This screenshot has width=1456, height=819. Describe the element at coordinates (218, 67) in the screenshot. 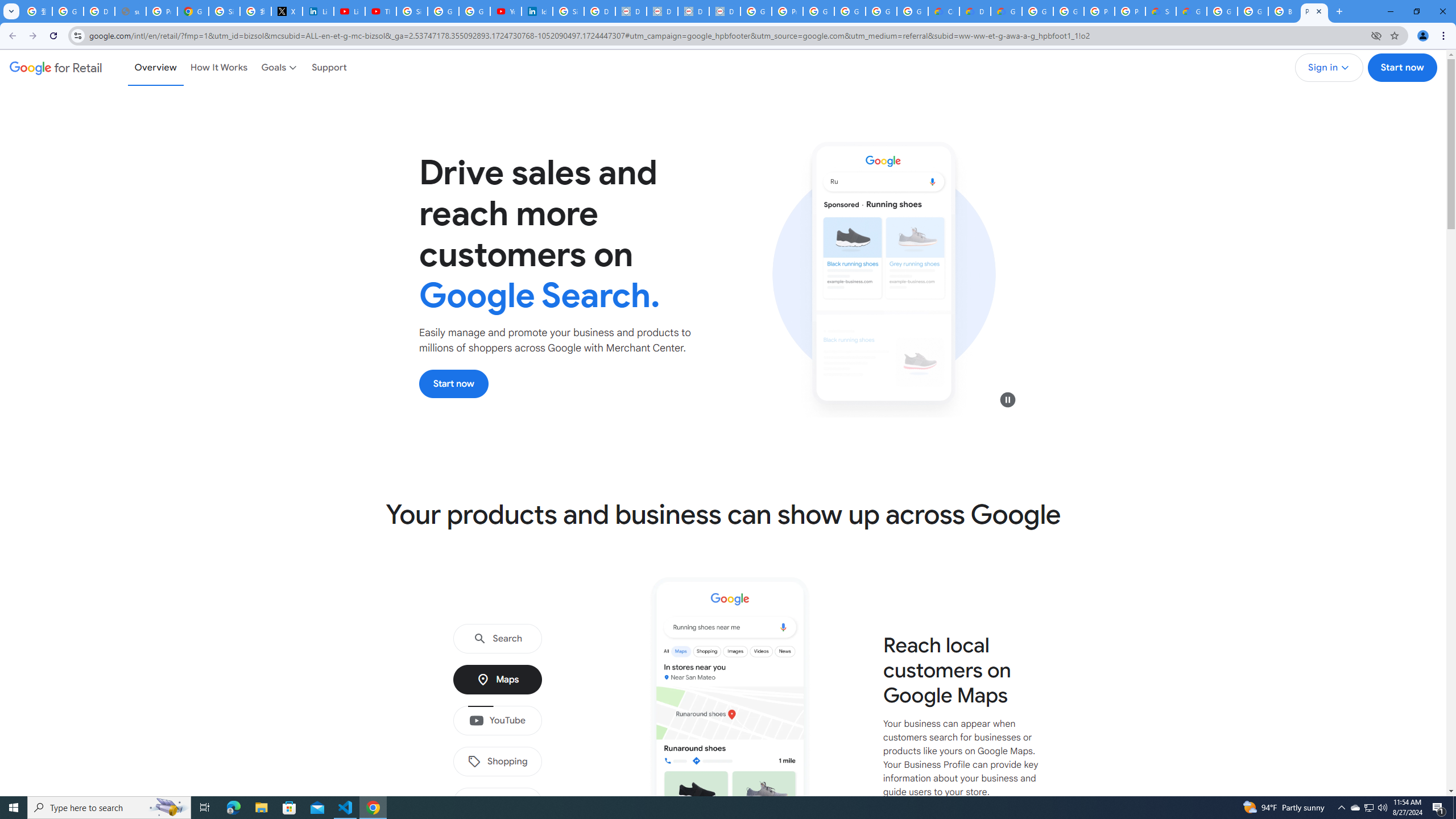

I see `'How It Works'` at that location.